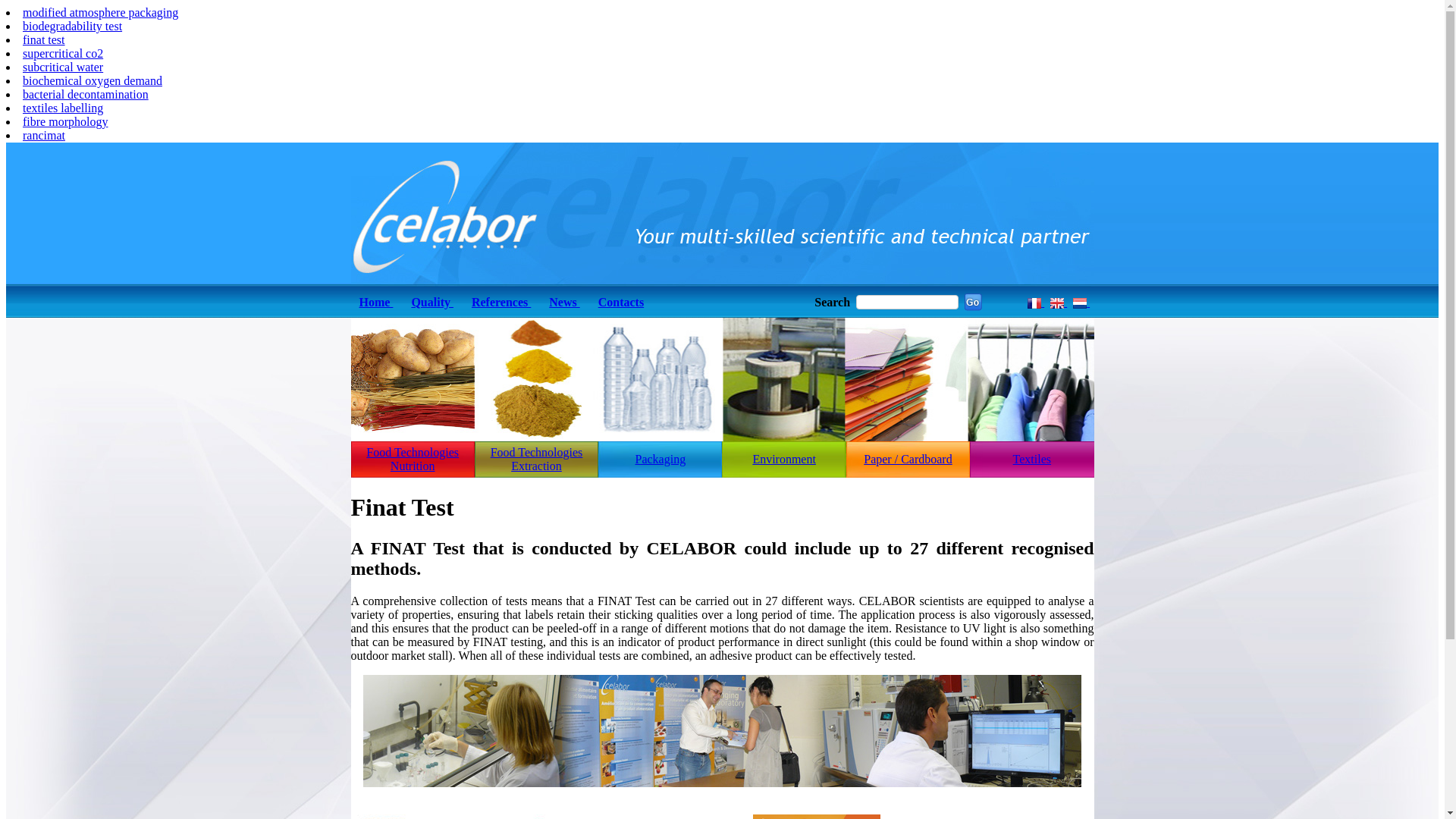 This screenshot has height=819, width=1456. What do you see at coordinates (61, 66) in the screenshot?
I see `'subcritical water'` at bounding box center [61, 66].